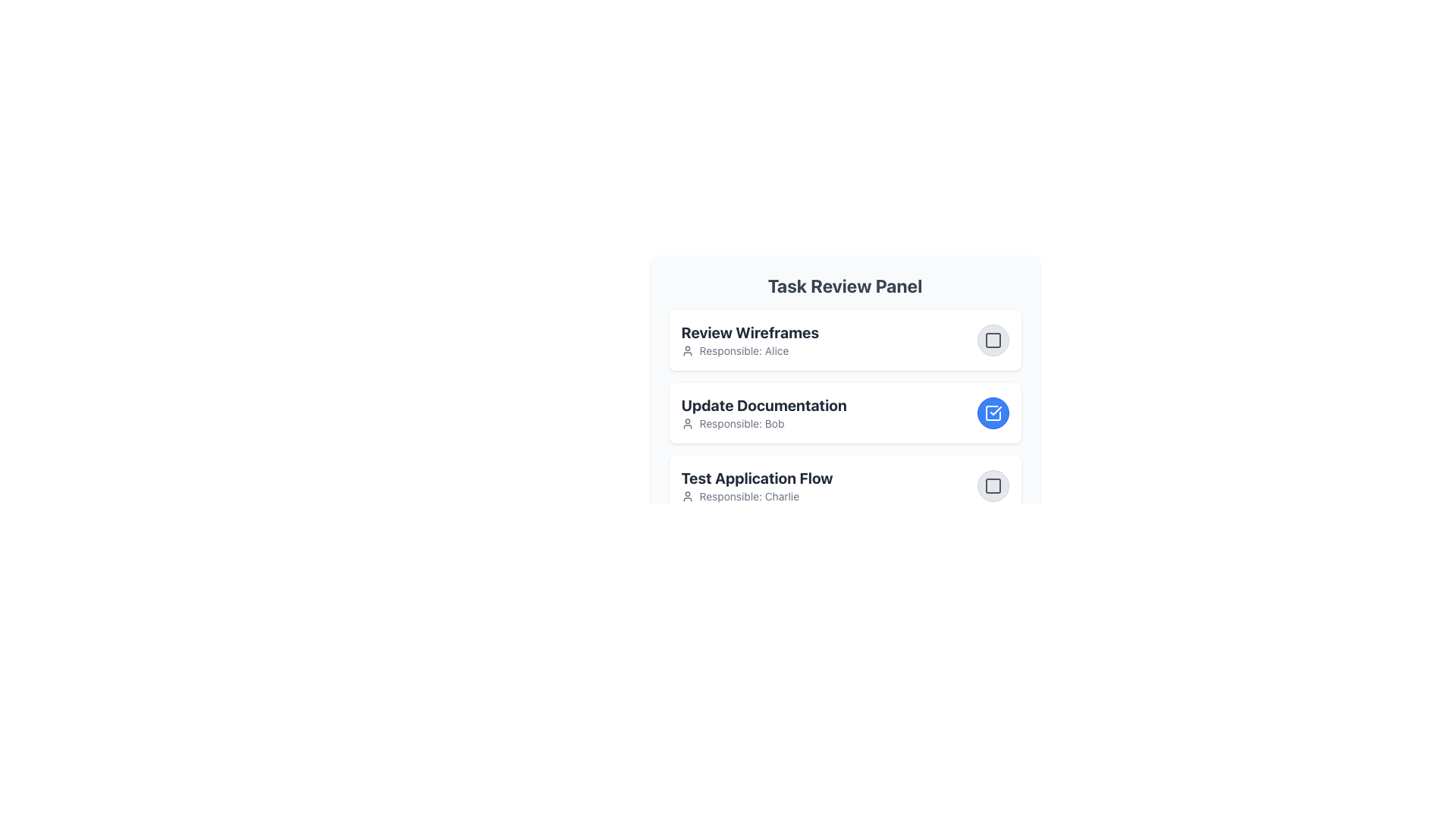  I want to click on the task card element titled 'Update Documentation', so click(844, 413).